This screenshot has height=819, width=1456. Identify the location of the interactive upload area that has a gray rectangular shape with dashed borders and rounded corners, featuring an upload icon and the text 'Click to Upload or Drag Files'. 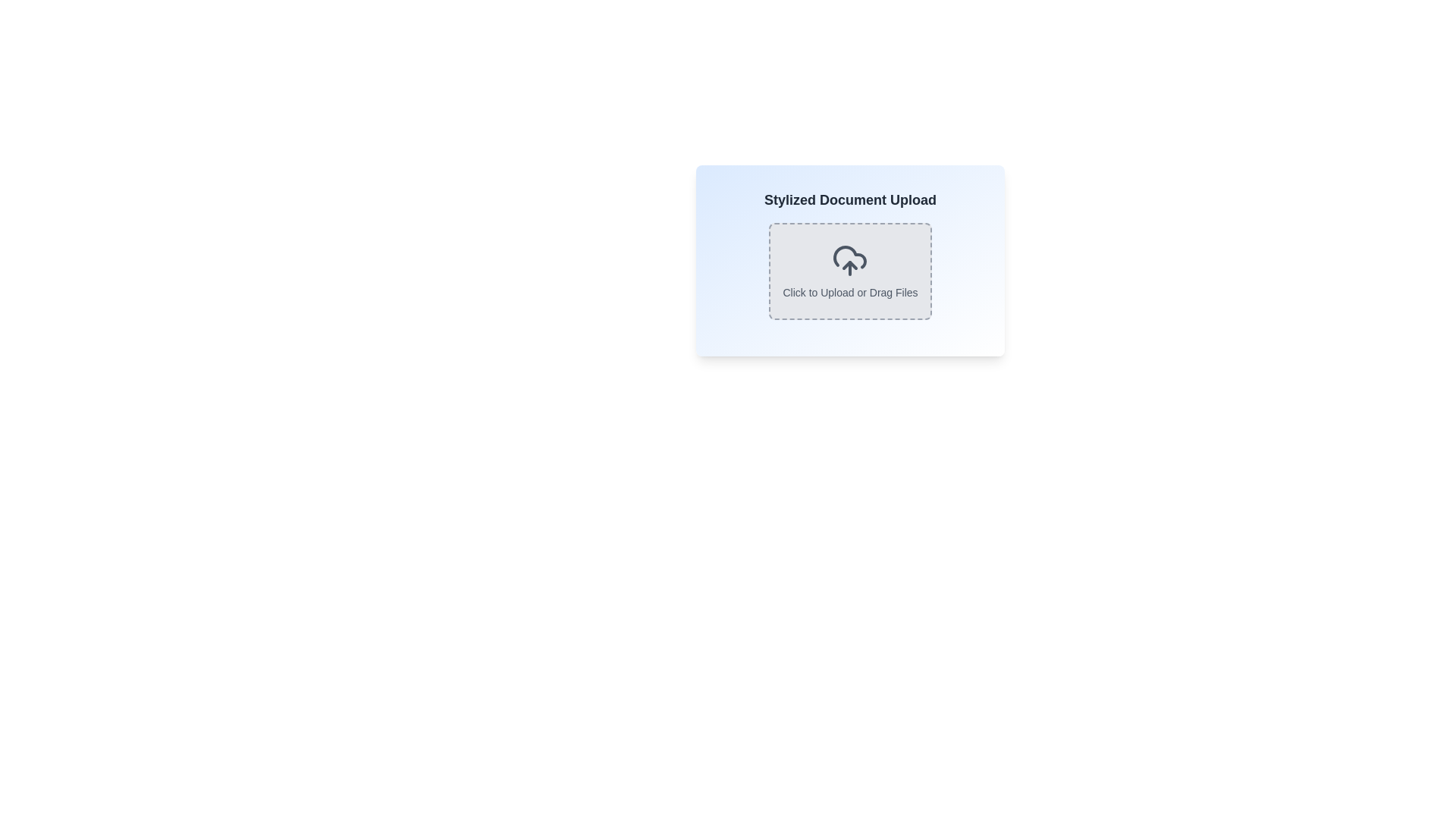
(850, 271).